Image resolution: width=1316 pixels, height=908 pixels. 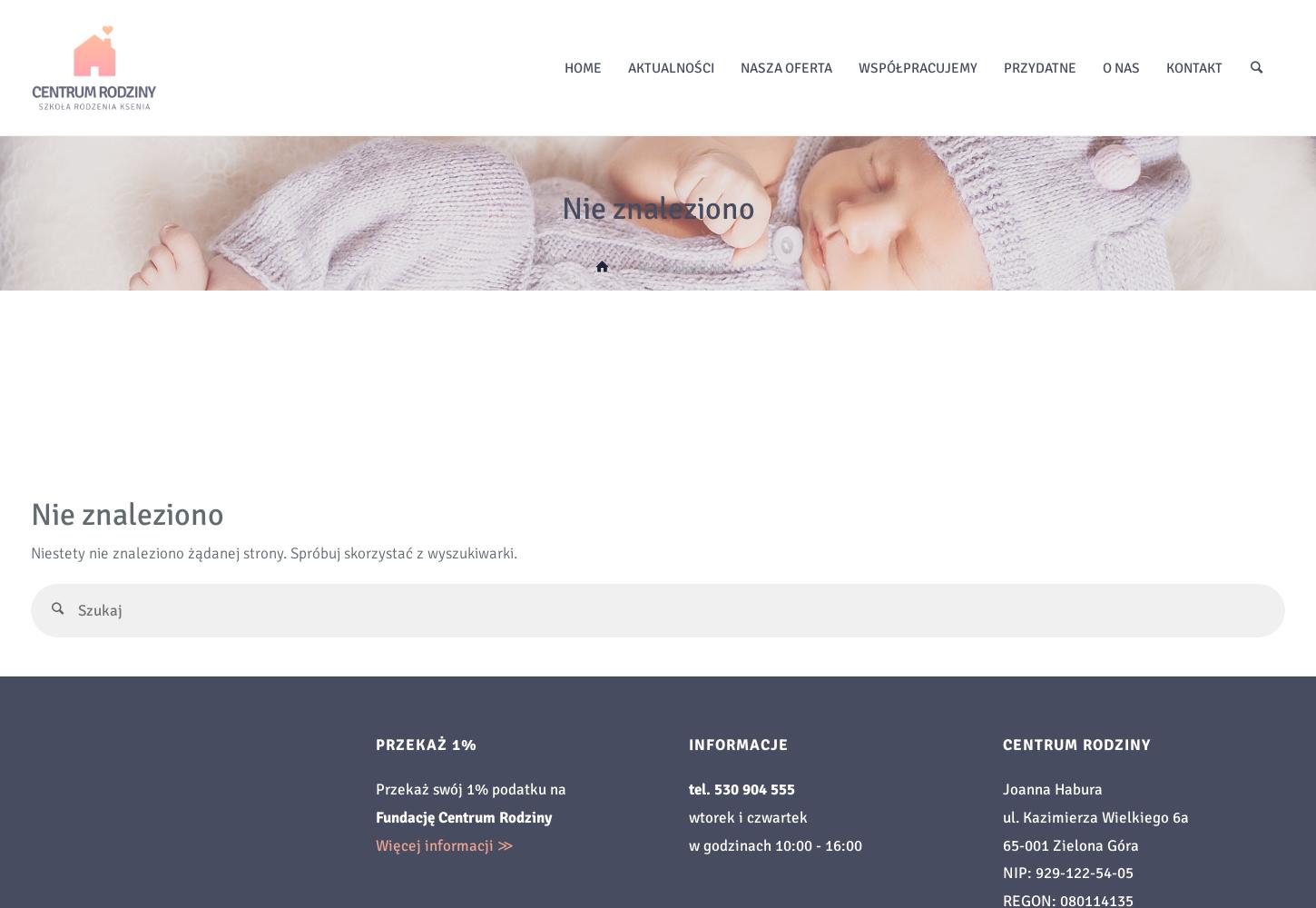 What do you see at coordinates (274, 552) in the screenshot?
I see `'Niestety nie znaleziono żądanej strony. Spróbuj skorzystać z wyszukiwarki.'` at bounding box center [274, 552].